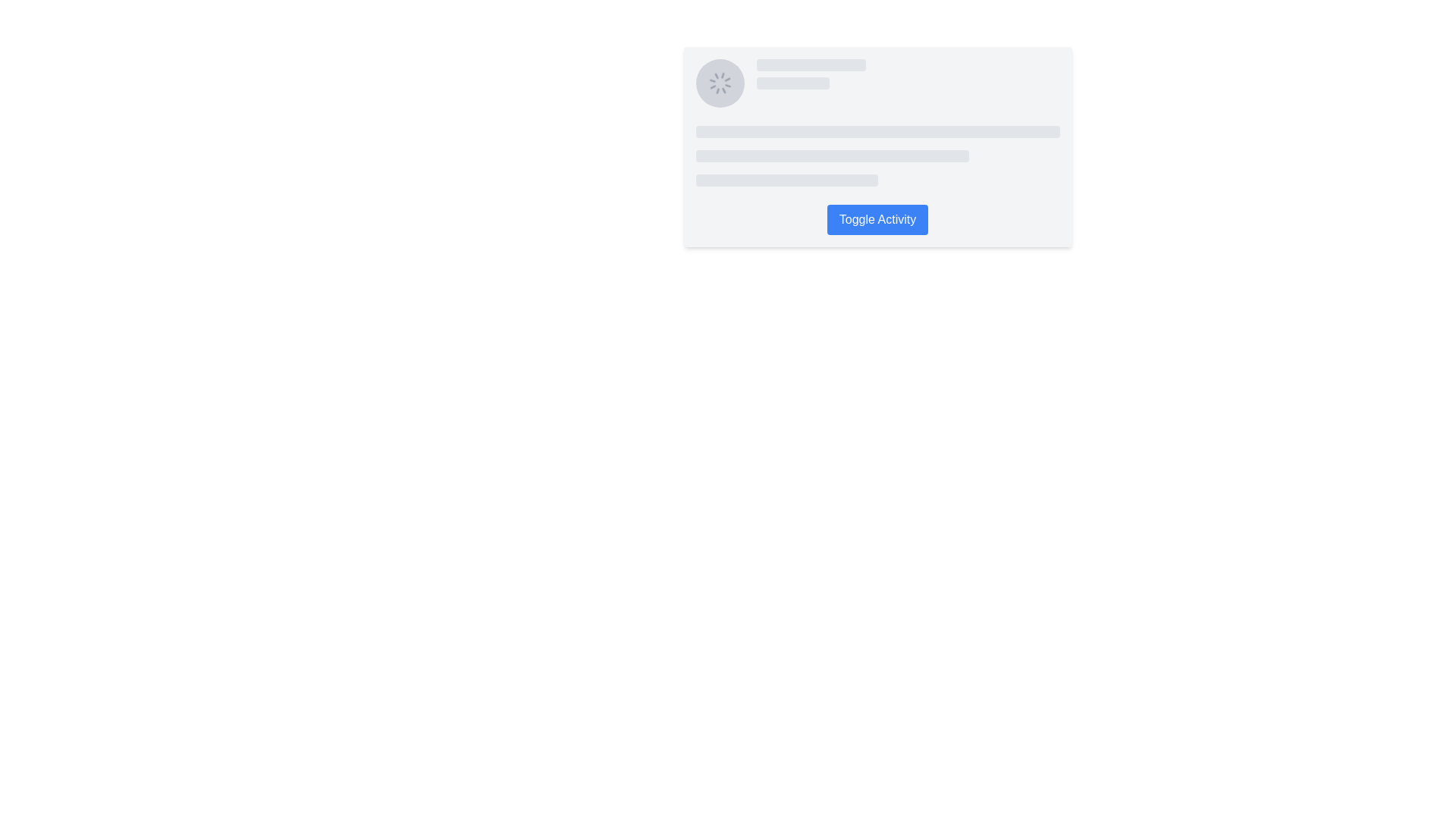  Describe the element at coordinates (877, 130) in the screenshot. I see `the topmost placeholder bar, which is a thin, horizontally elongated bar with a light gray background, positioned above two similar bars` at that location.